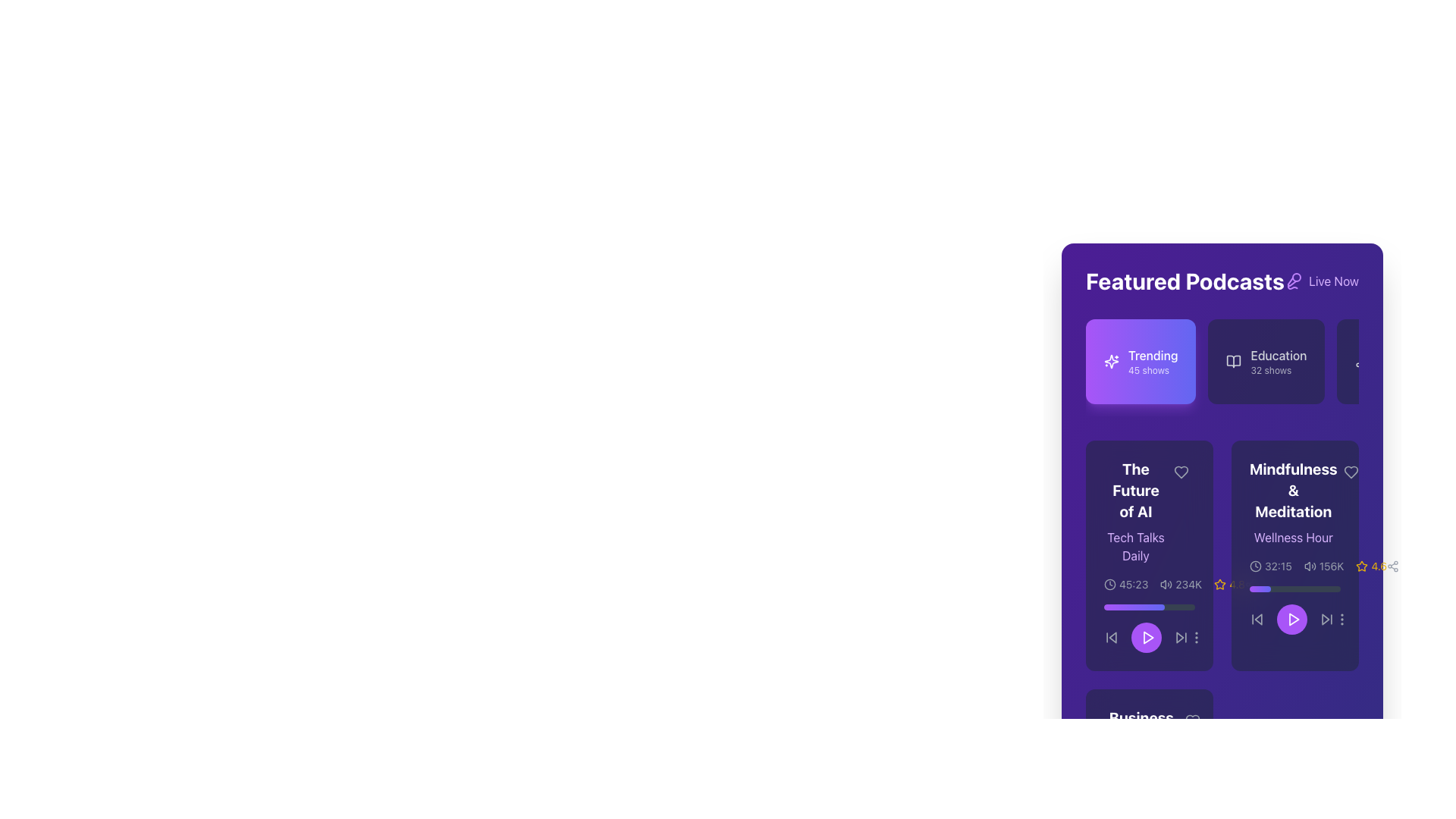 This screenshot has width=1456, height=819. I want to click on the decorative icon located to the left of the text 'Trending 45 shows' inside the highlighted purple card labeled 'Trending' in the 'Featured Podcasts' section, so click(1111, 362).